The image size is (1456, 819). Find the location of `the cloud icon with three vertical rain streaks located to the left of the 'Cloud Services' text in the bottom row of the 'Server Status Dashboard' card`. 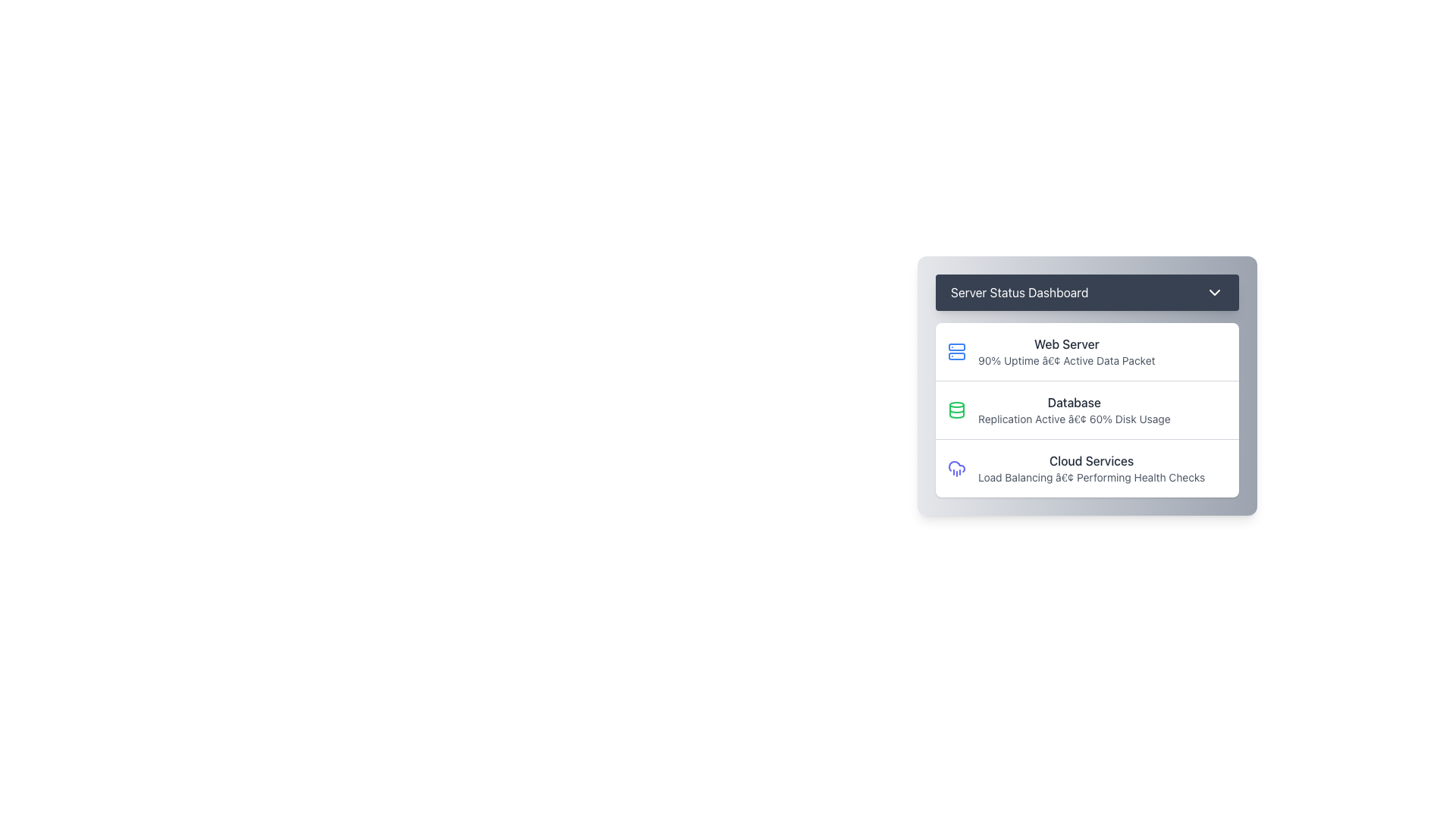

the cloud icon with three vertical rain streaks located to the left of the 'Cloud Services' text in the bottom row of the 'Server Status Dashboard' card is located at coordinates (956, 467).